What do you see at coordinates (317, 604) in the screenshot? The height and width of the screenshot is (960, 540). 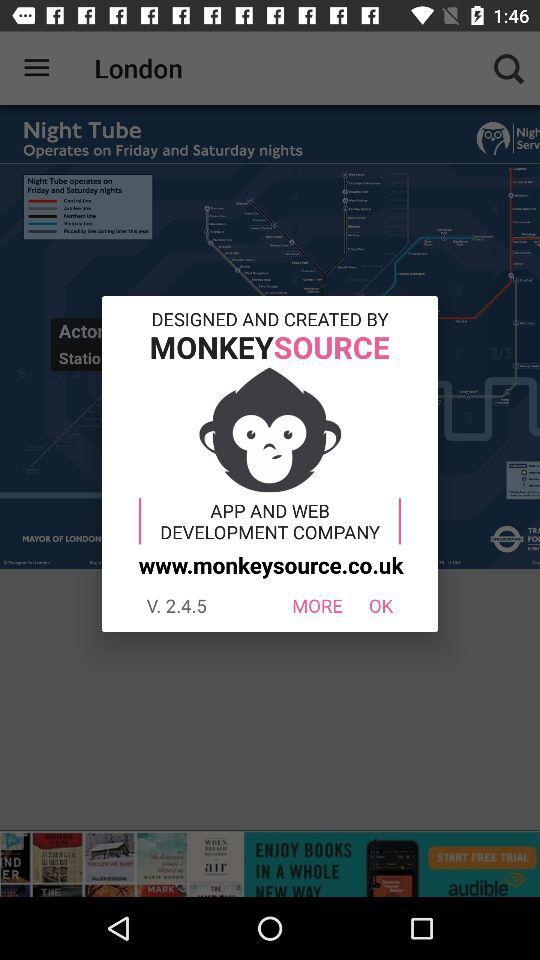 I see `item next to the v 2 4` at bounding box center [317, 604].